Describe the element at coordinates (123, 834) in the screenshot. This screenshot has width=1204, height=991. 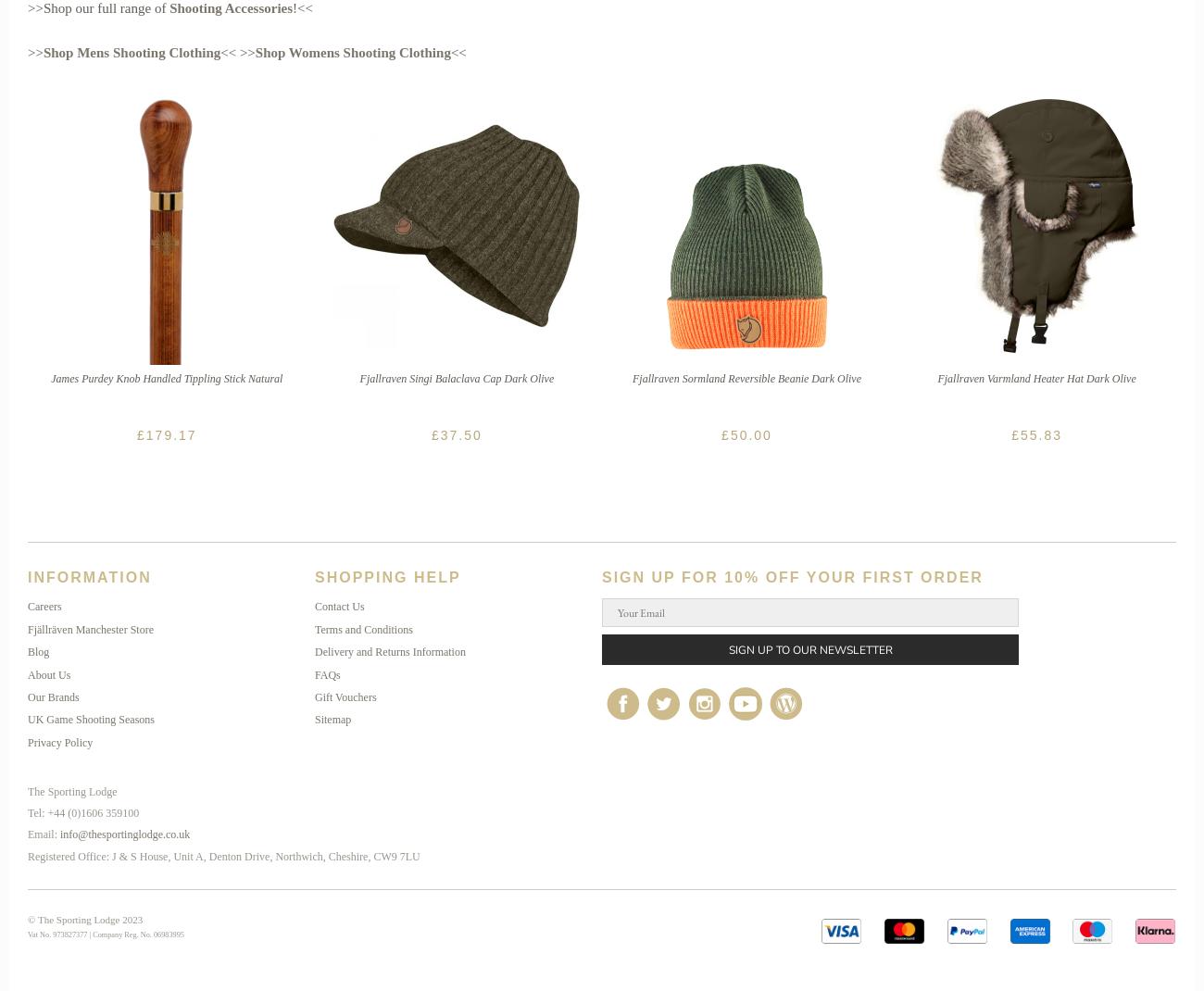
I see `'info@thesportinglodge.co.uk'` at that location.